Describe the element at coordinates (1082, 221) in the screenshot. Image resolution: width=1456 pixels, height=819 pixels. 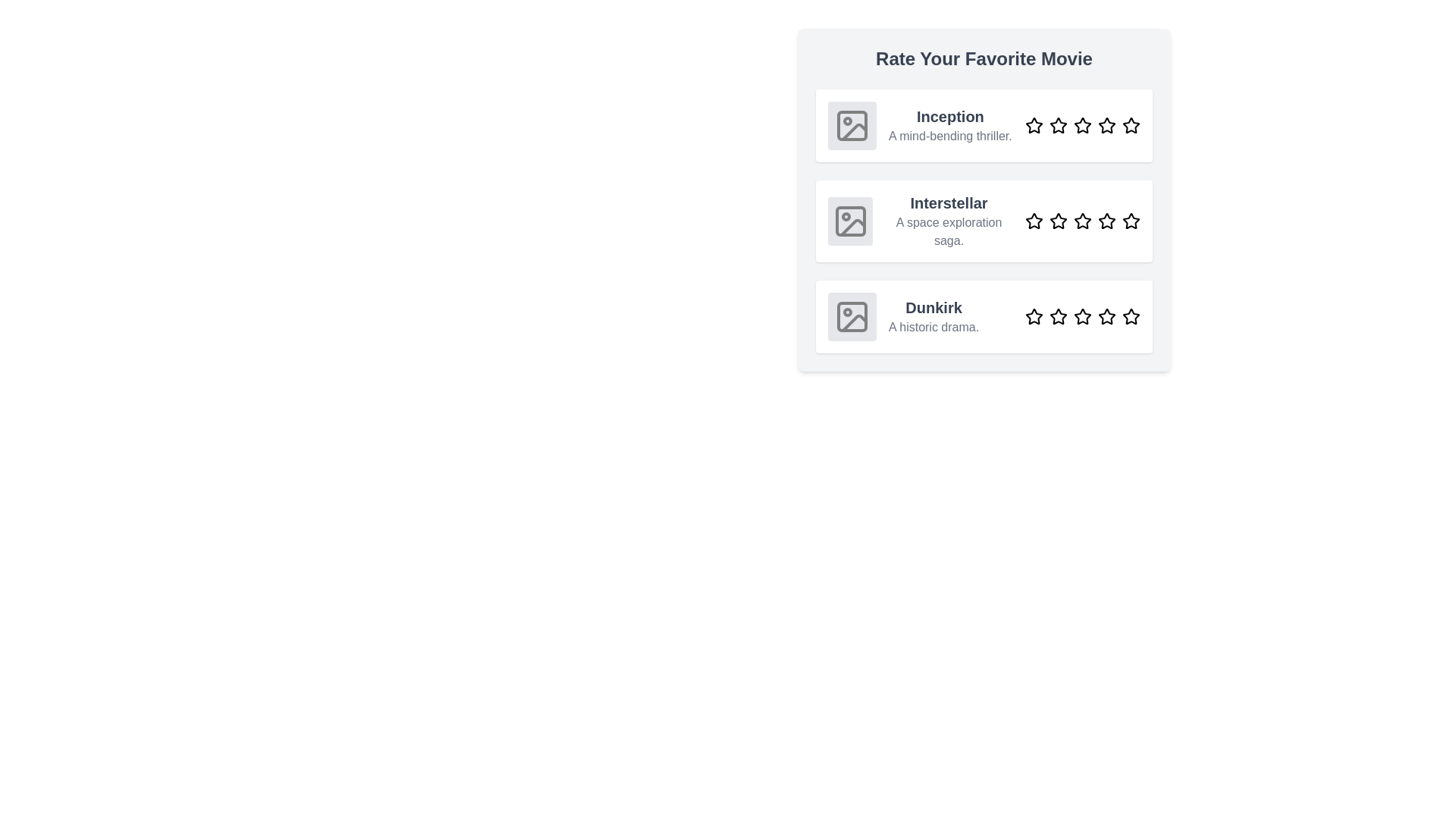
I see `the third star icon in the rating section of the 'Interstellar' movie review` at that location.